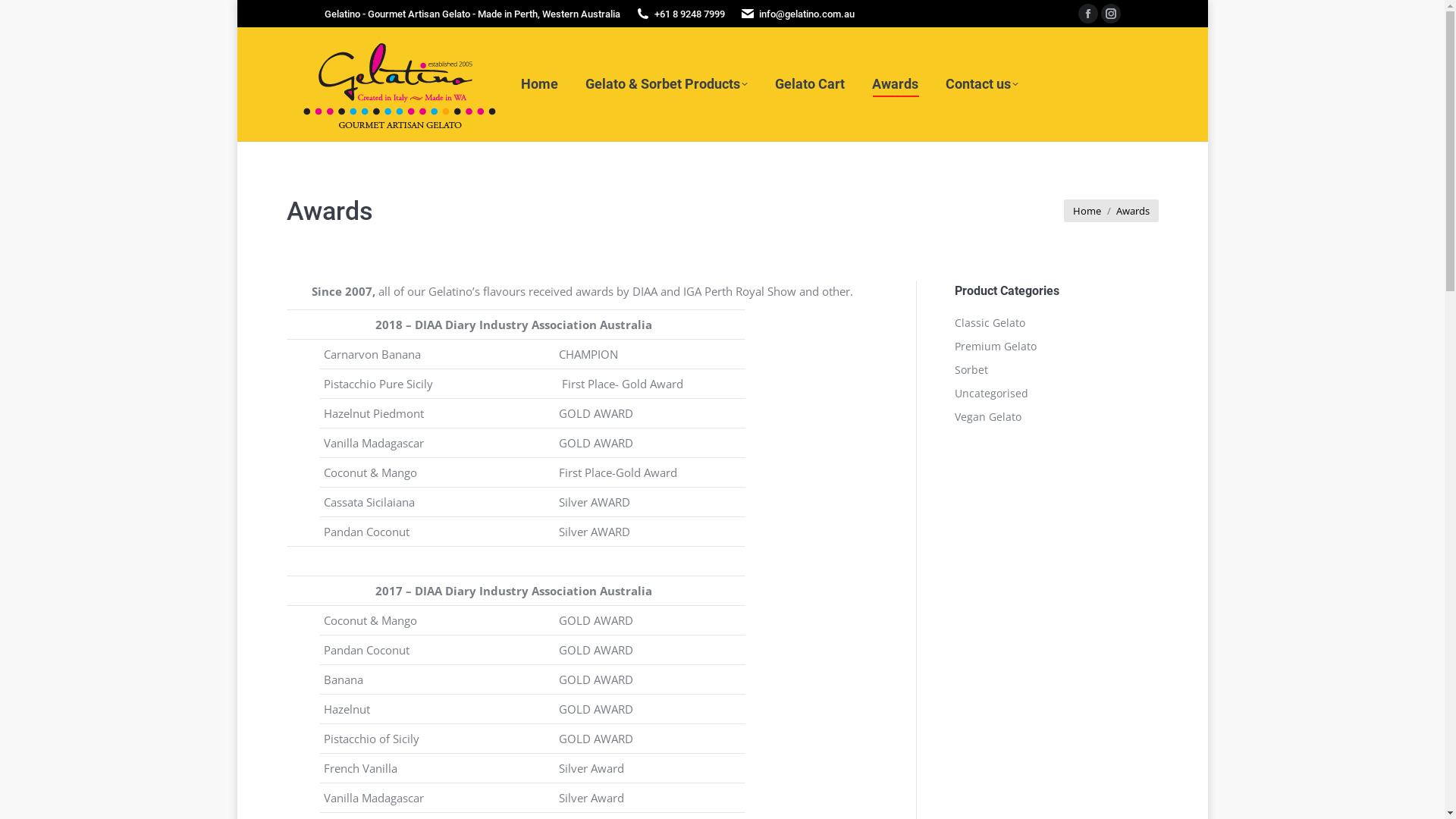  What do you see at coordinates (994, 346) in the screenshot?
I see `'Premium Gelato'` at bounding box center [994, 346].